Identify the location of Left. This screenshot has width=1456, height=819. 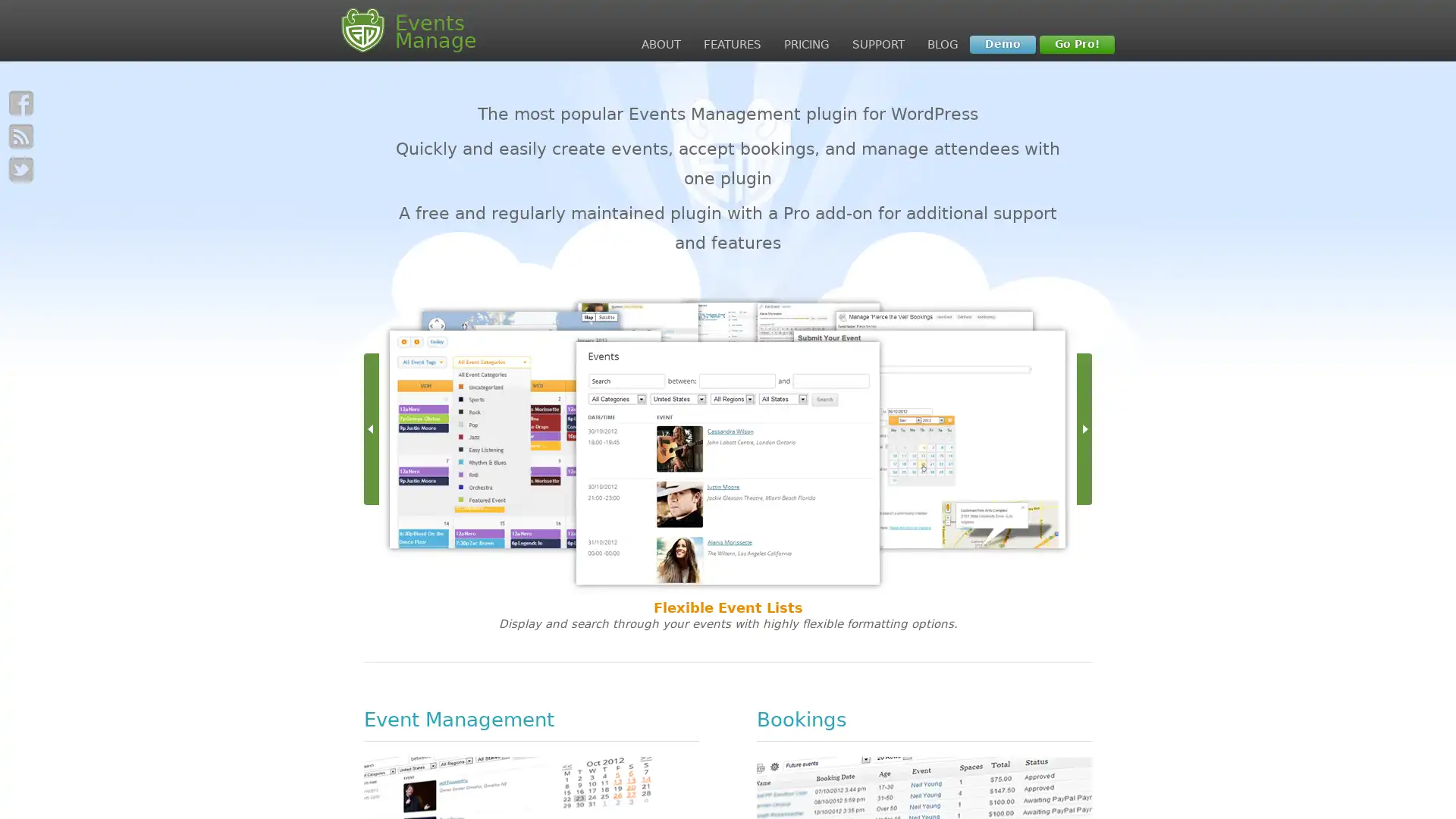
(371, 428).